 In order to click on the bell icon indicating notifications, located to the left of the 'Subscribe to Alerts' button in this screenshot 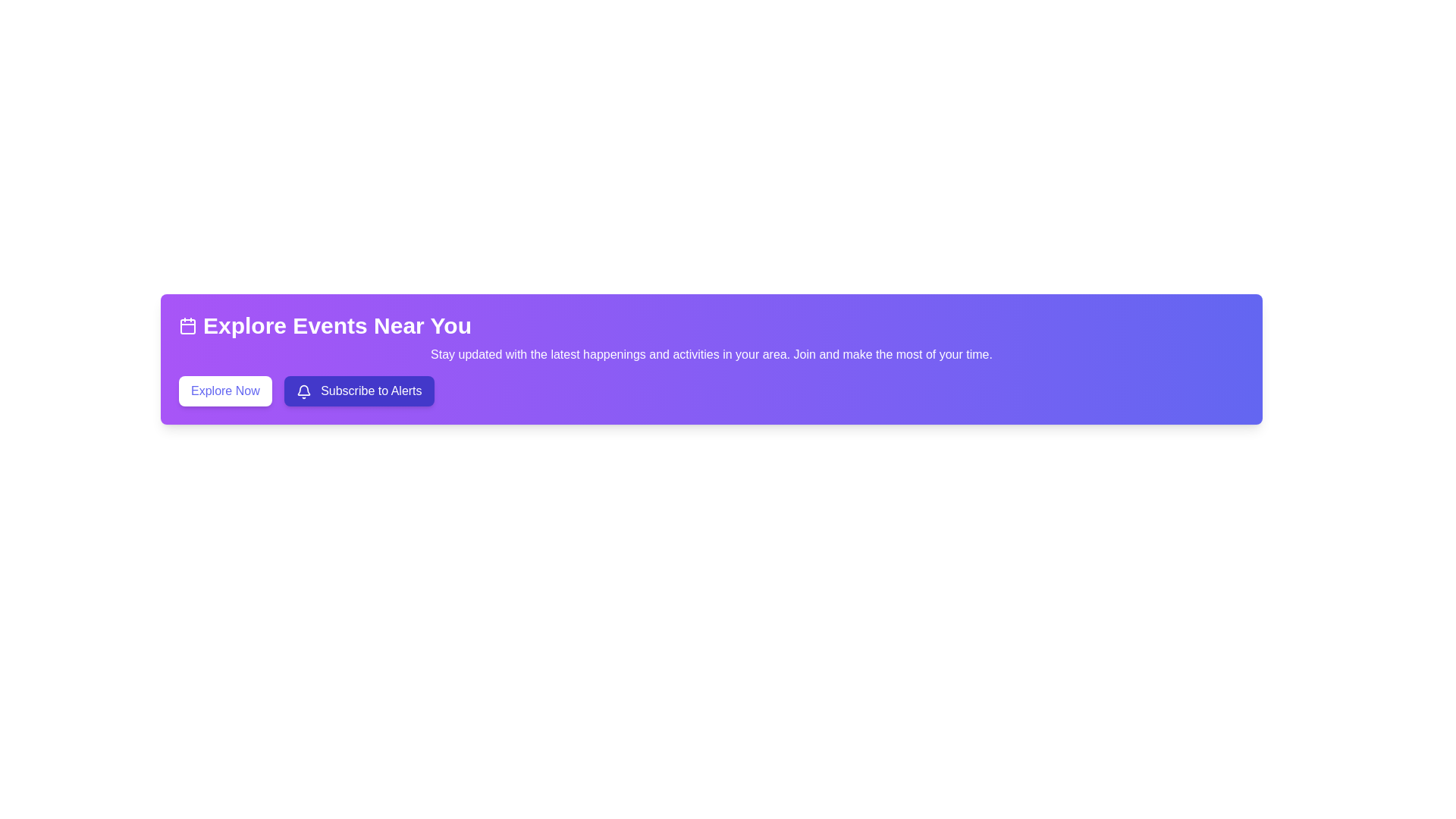, I will do `click(303, 391)`.